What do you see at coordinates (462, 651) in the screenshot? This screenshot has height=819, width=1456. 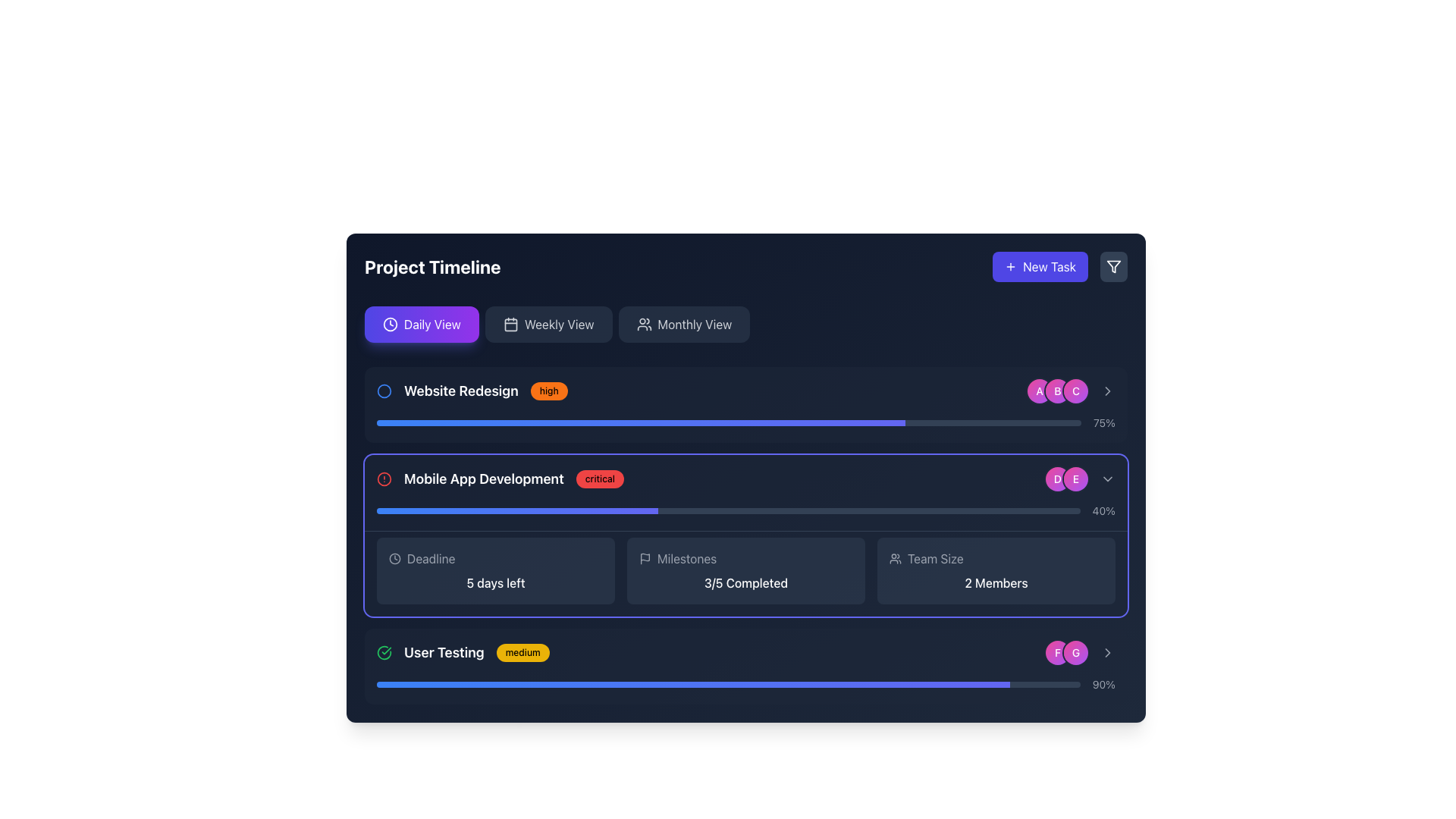 I see `the Composite label that includes a green checkmark icon, the text 'User Testing', and a yellow 'medium' tag, located near the bottom of the interface` at bounding box center [462, 651].